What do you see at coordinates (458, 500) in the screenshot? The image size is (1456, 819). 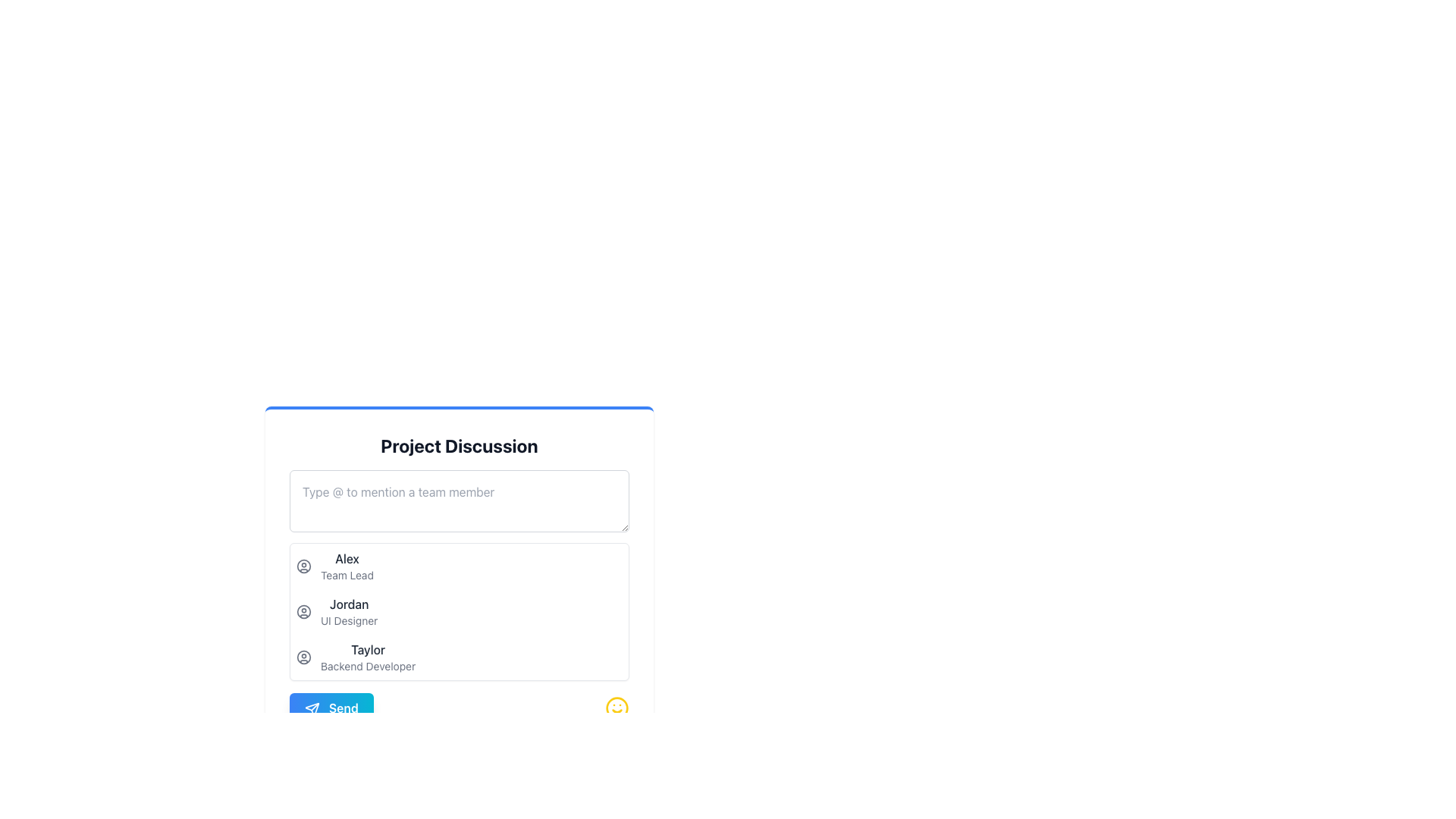 I see `the Text Input Field located beneath the 'Project Discussion' heading to focus it for user input` at bounding box center [458, 500].